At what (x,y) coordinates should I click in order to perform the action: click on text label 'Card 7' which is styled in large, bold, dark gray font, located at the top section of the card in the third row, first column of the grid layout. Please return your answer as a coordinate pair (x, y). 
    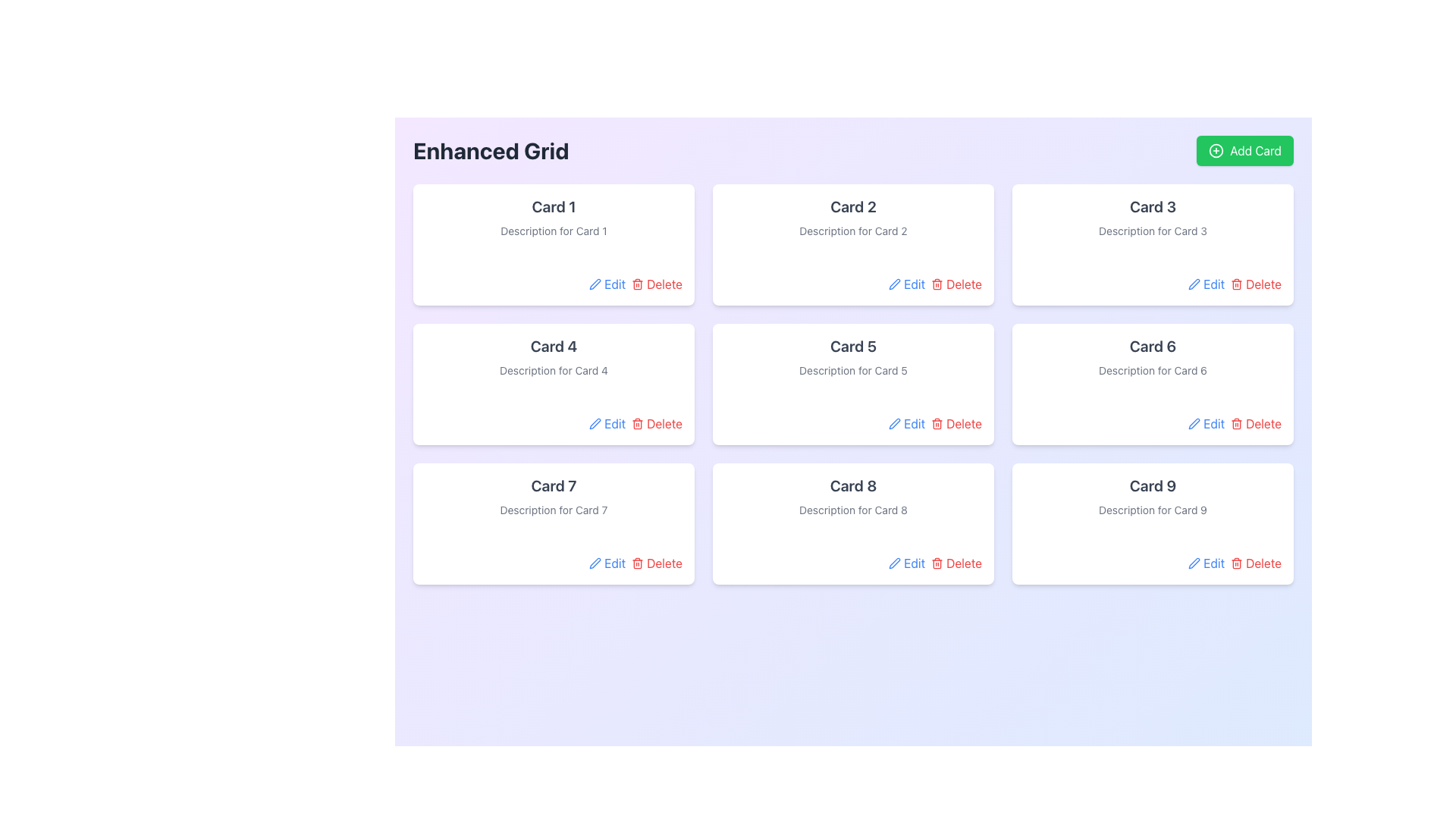
    Looking at the image, I should click on (553, 485).